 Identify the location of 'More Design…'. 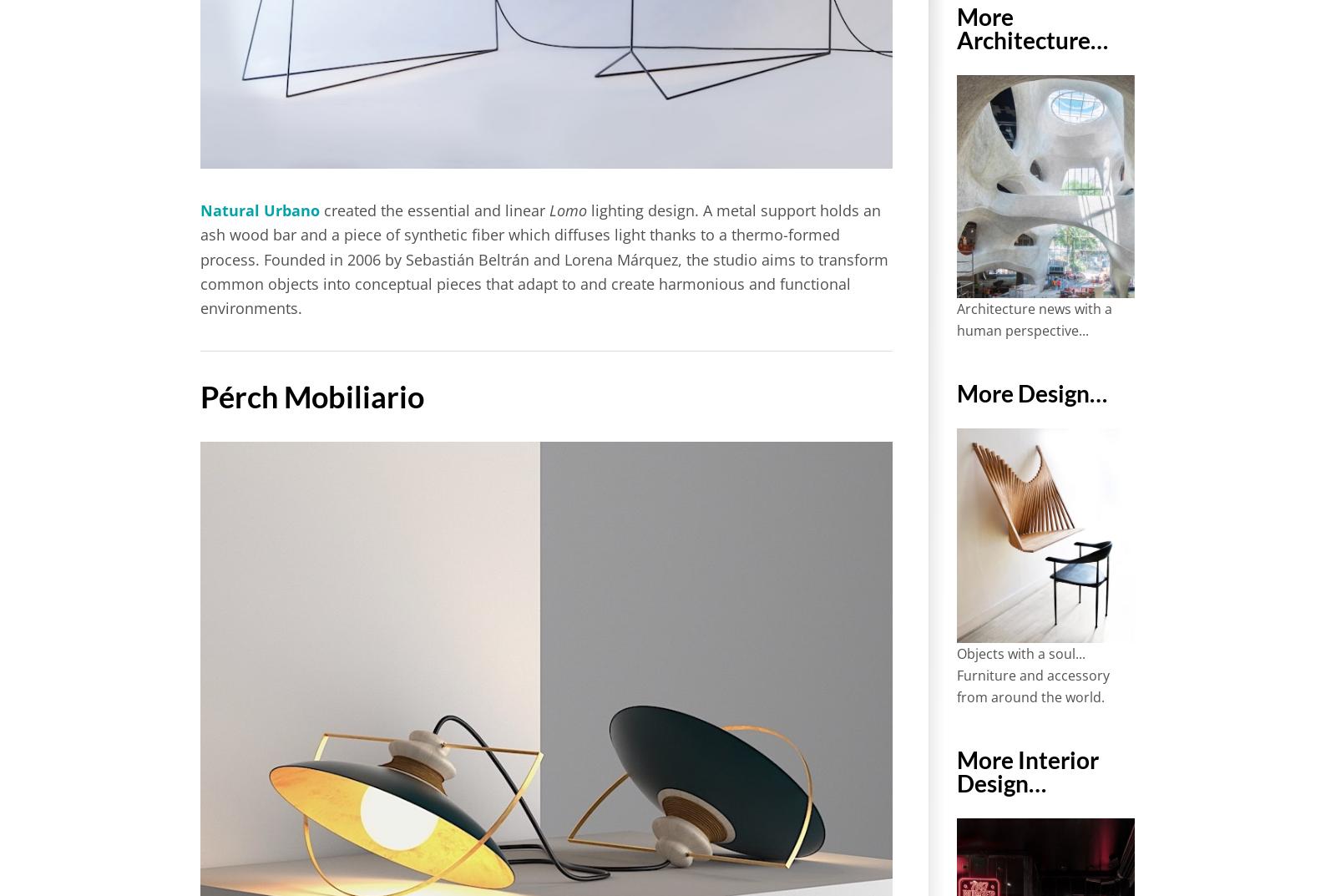
(955, 392).